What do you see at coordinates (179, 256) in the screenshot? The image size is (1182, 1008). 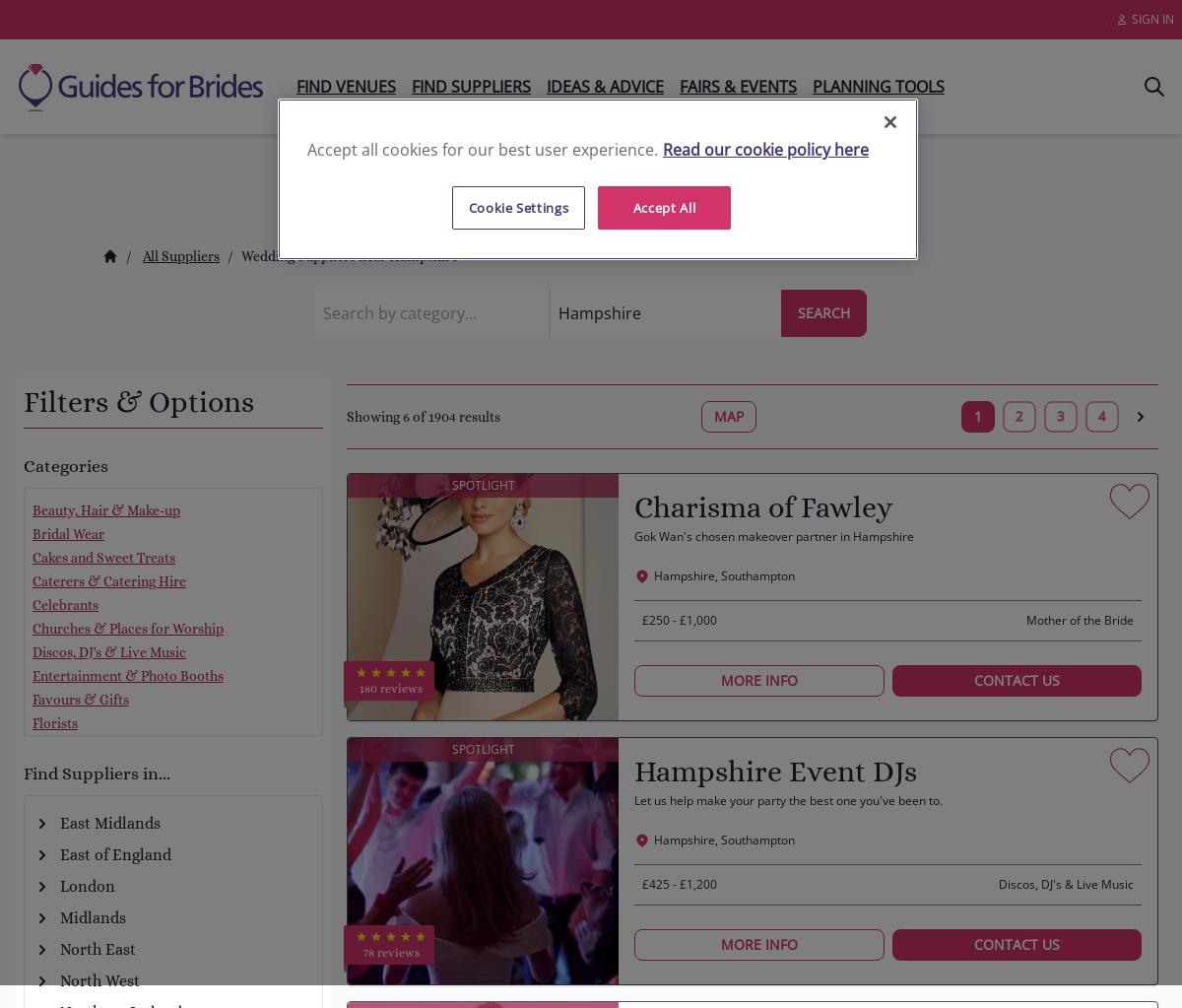 I see `'All Suppliers'` at bounding box center [179, 256].